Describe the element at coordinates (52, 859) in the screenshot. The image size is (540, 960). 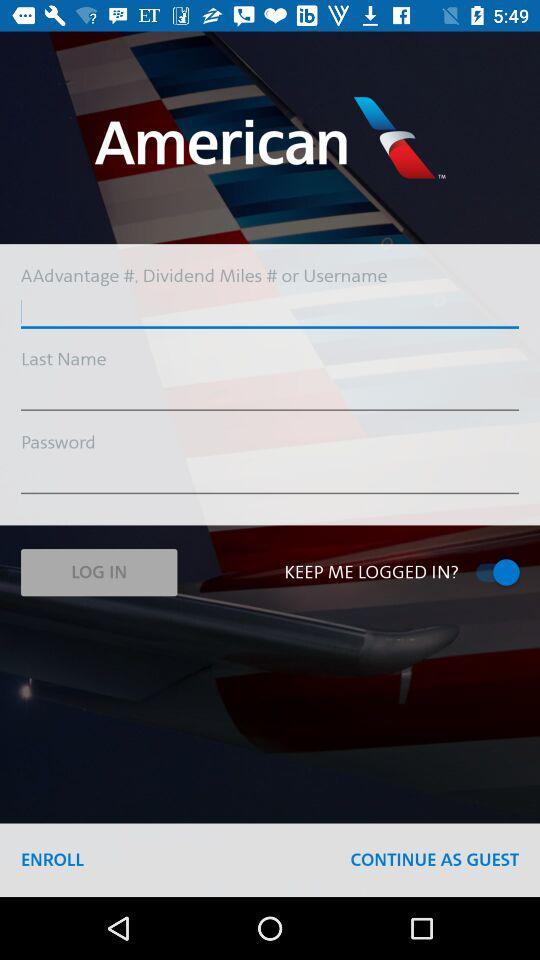
I see `the item next to continue as guest icon` at that location.